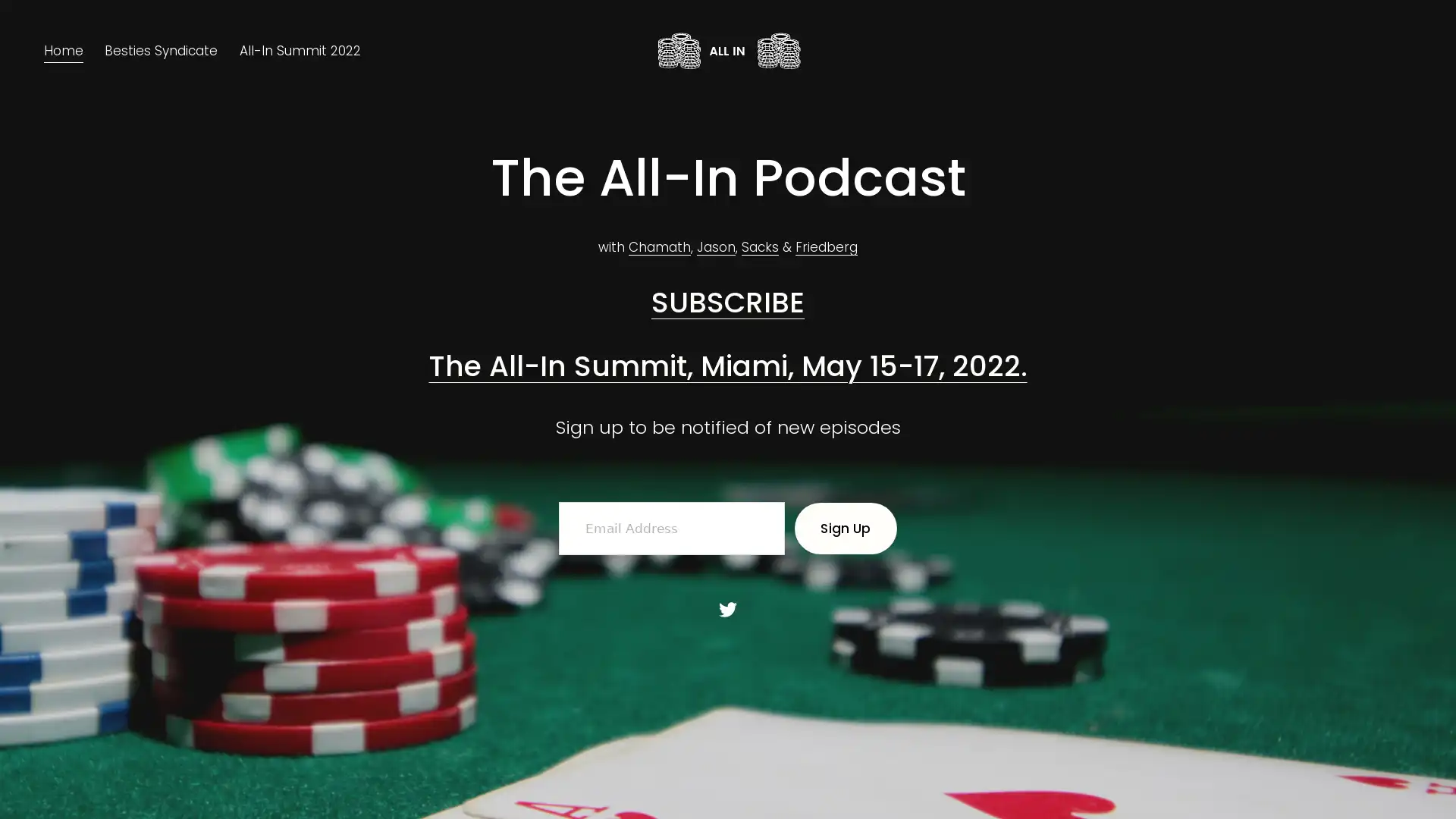 Image resolution: width=1456 pixels, height=819 pixels. I want to click on Sign Up, so click(844, 528).